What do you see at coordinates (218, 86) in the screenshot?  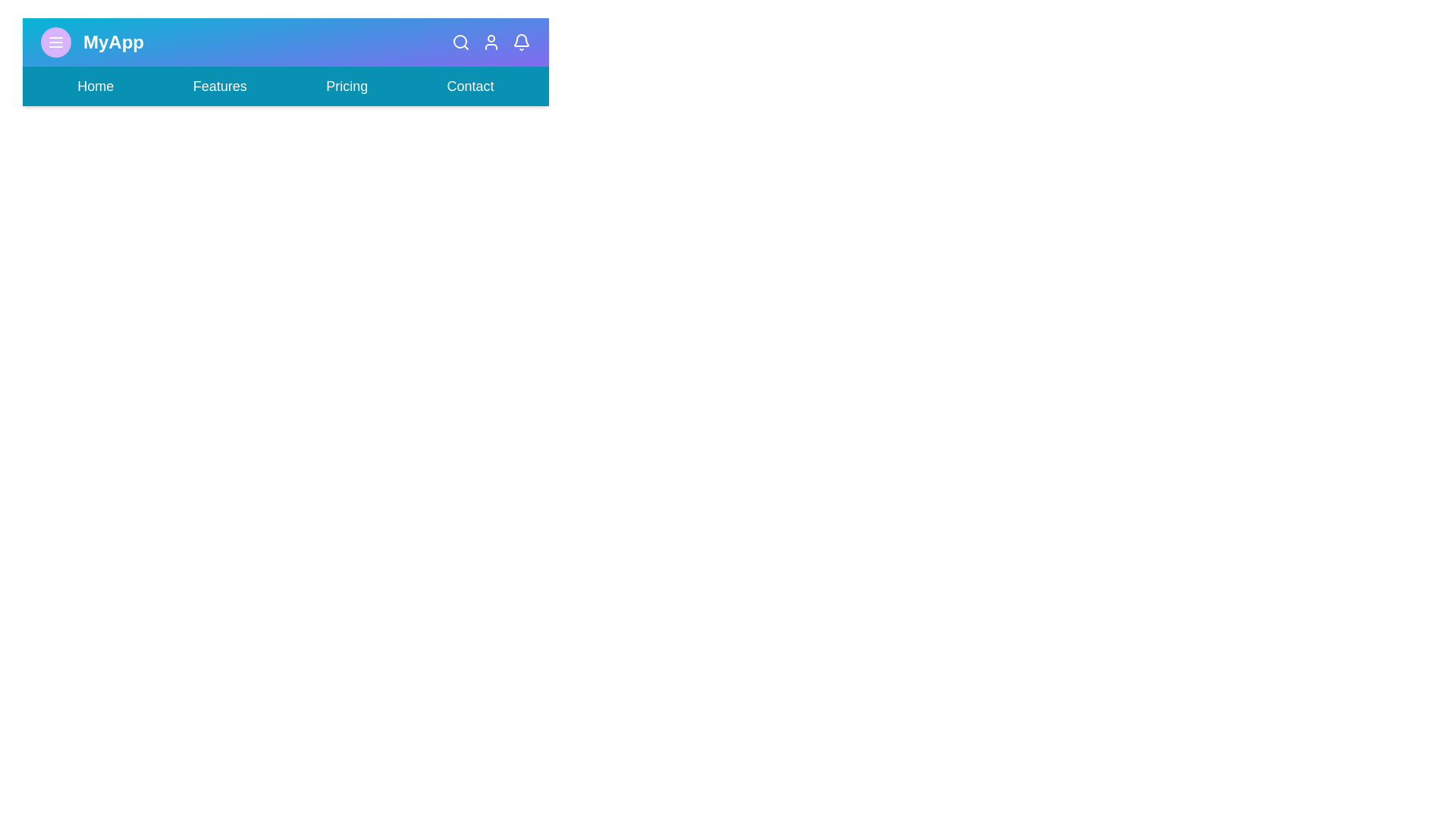 I see `the navigation link Features to navigate to the corresponding section` at bounding box center [218, 86].